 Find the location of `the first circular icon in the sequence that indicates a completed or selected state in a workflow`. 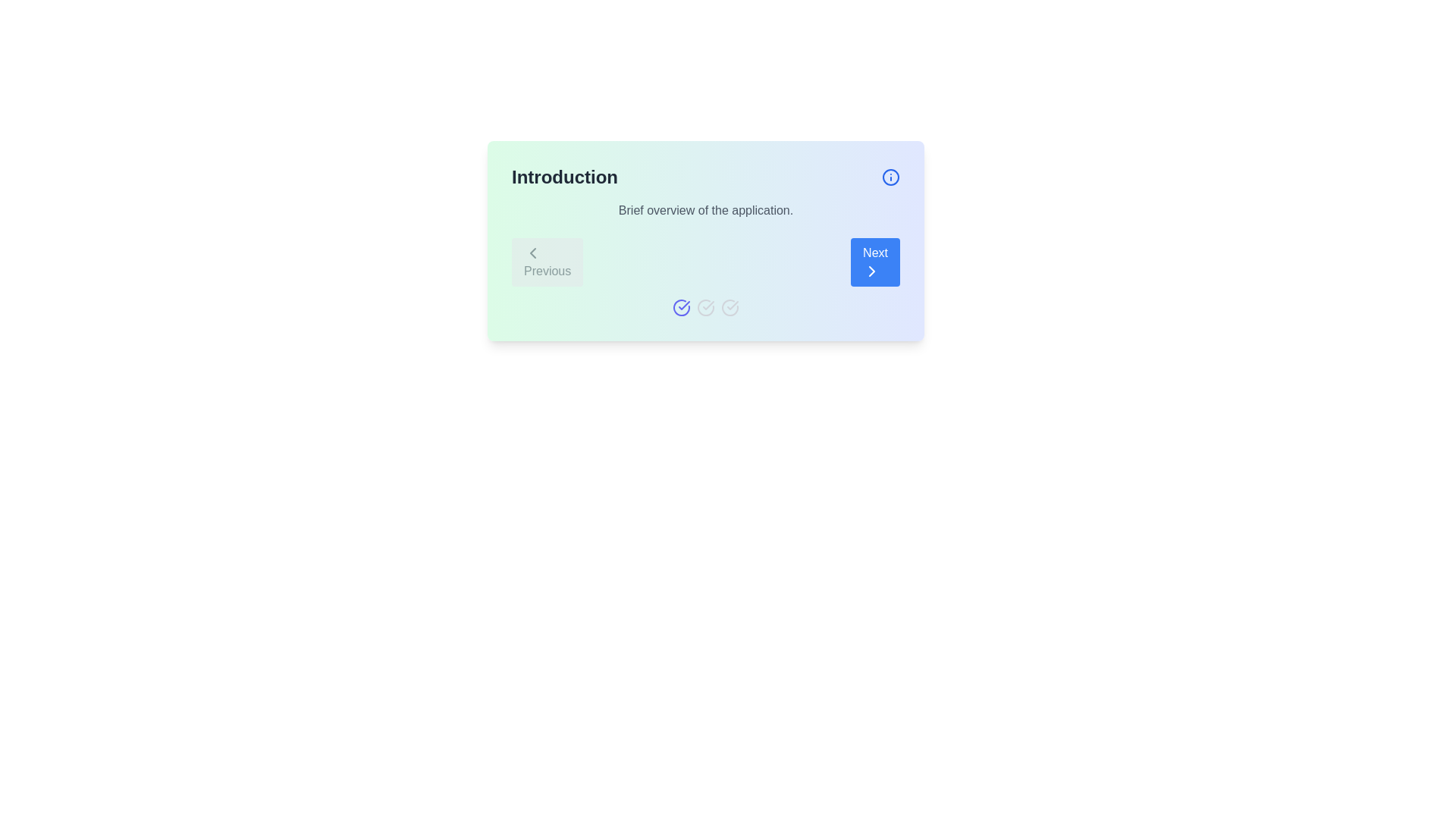

the first circular icon in the sequence that indicates a completed or selected state in a workflow is located at coordinates (680, 307).